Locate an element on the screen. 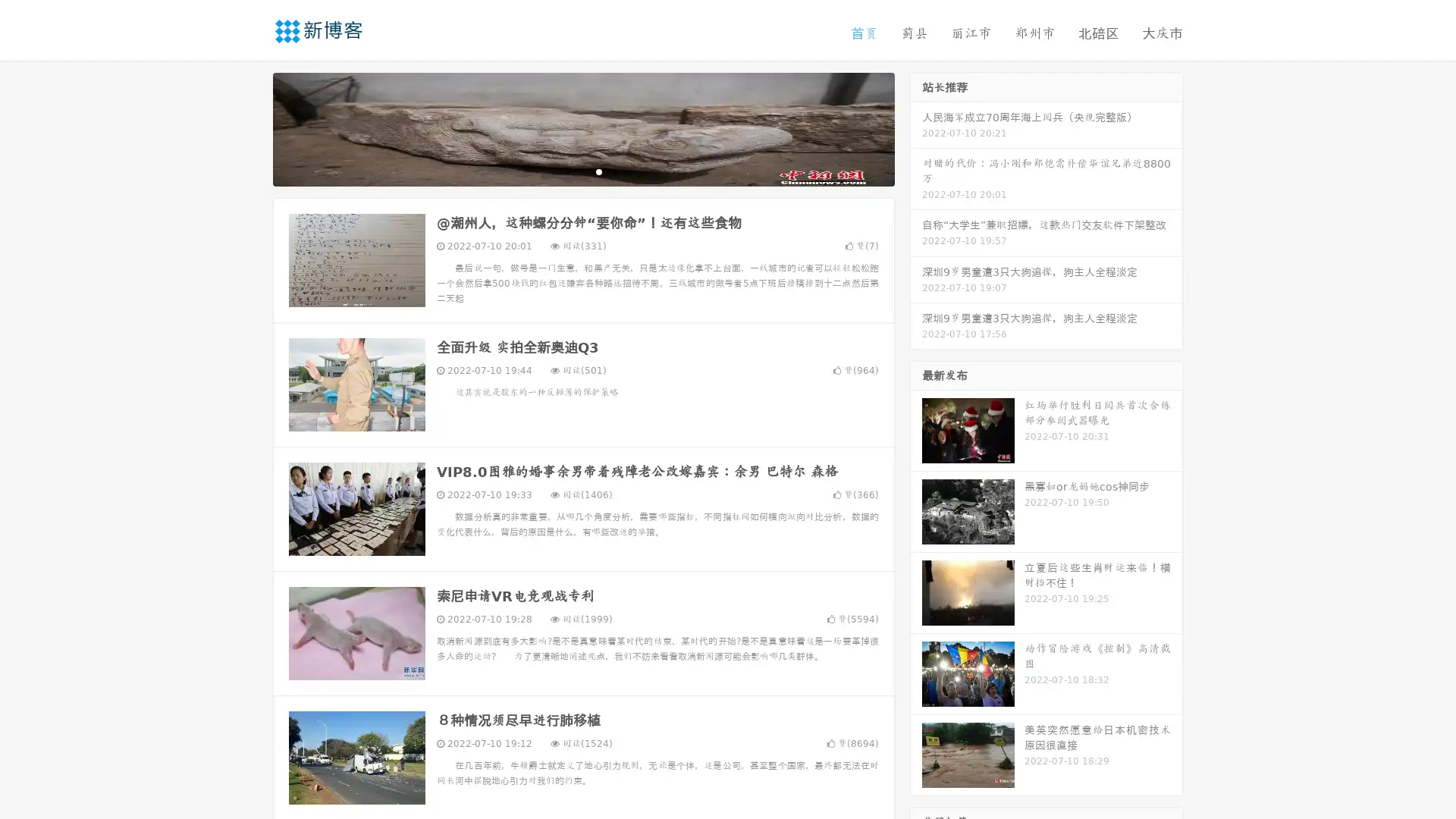  Previous slide is located at coordinates (250, 127).